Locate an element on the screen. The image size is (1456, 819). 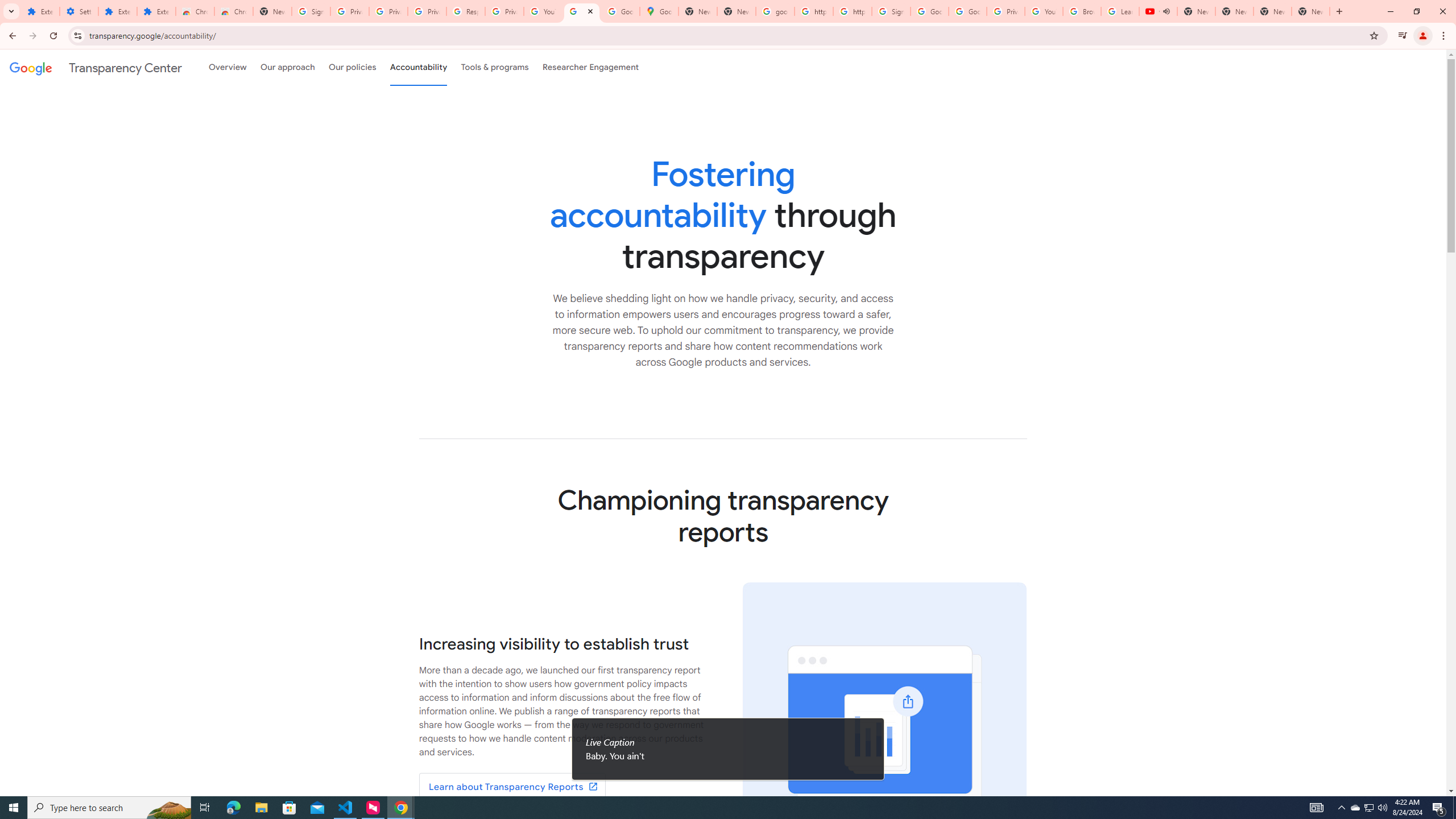
'https://scholar.google.com/' is located at coordinates (813, 11).